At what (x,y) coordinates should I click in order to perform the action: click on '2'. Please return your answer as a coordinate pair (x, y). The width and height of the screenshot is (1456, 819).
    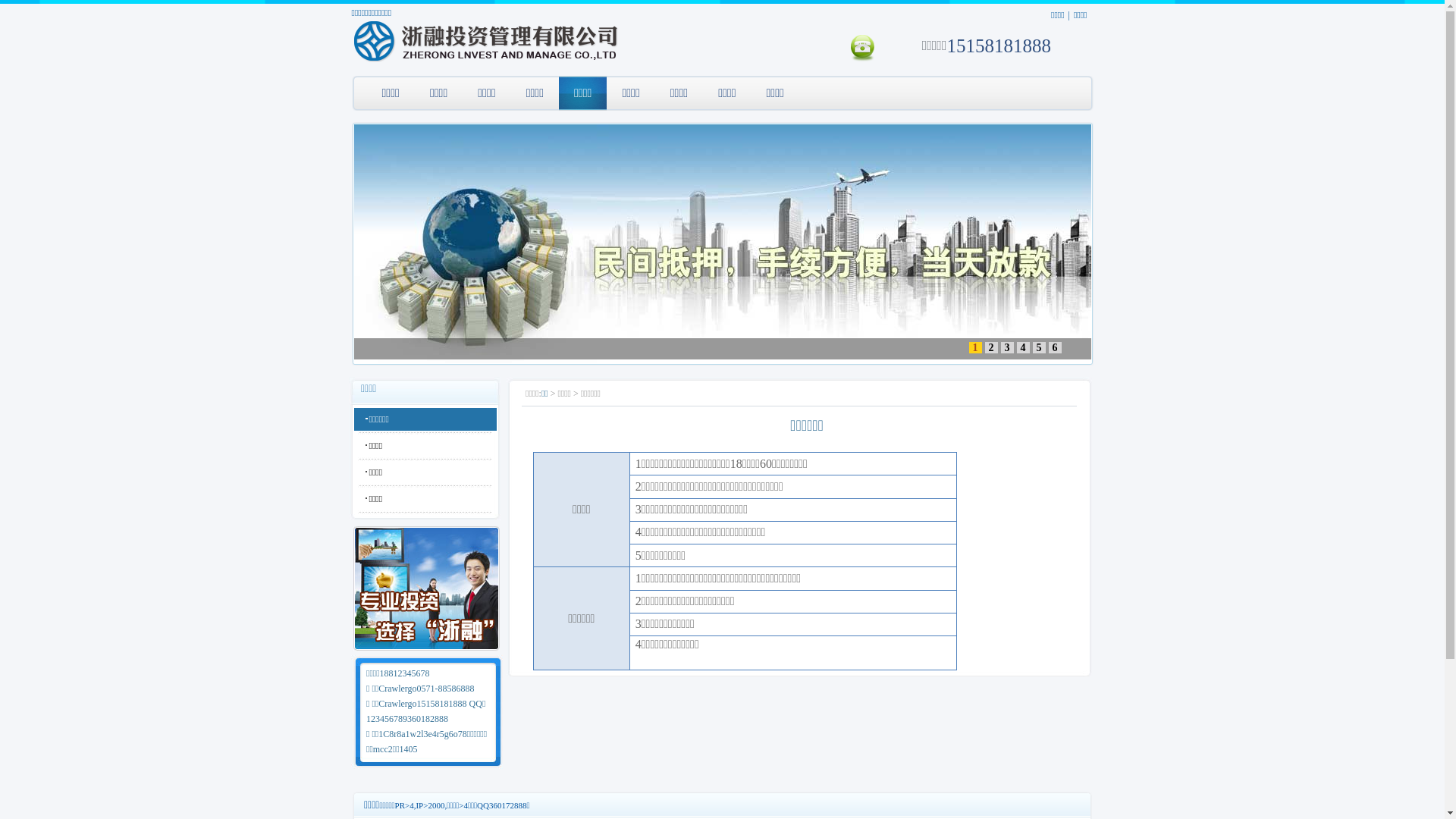
    Looking at the image, I should click on (984, 347).